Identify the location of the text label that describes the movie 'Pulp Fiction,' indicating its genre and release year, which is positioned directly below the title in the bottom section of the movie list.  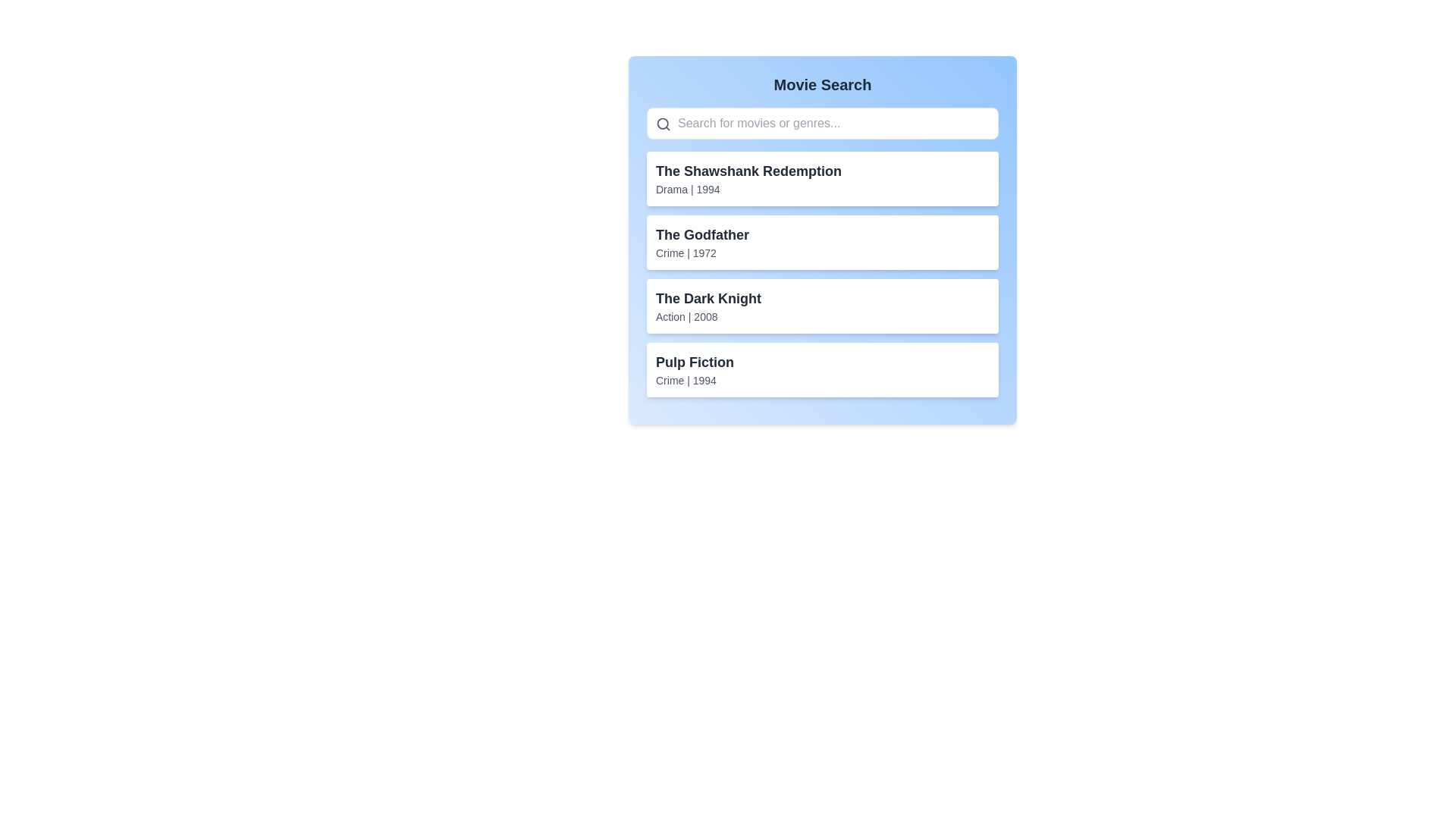
(694, 379).